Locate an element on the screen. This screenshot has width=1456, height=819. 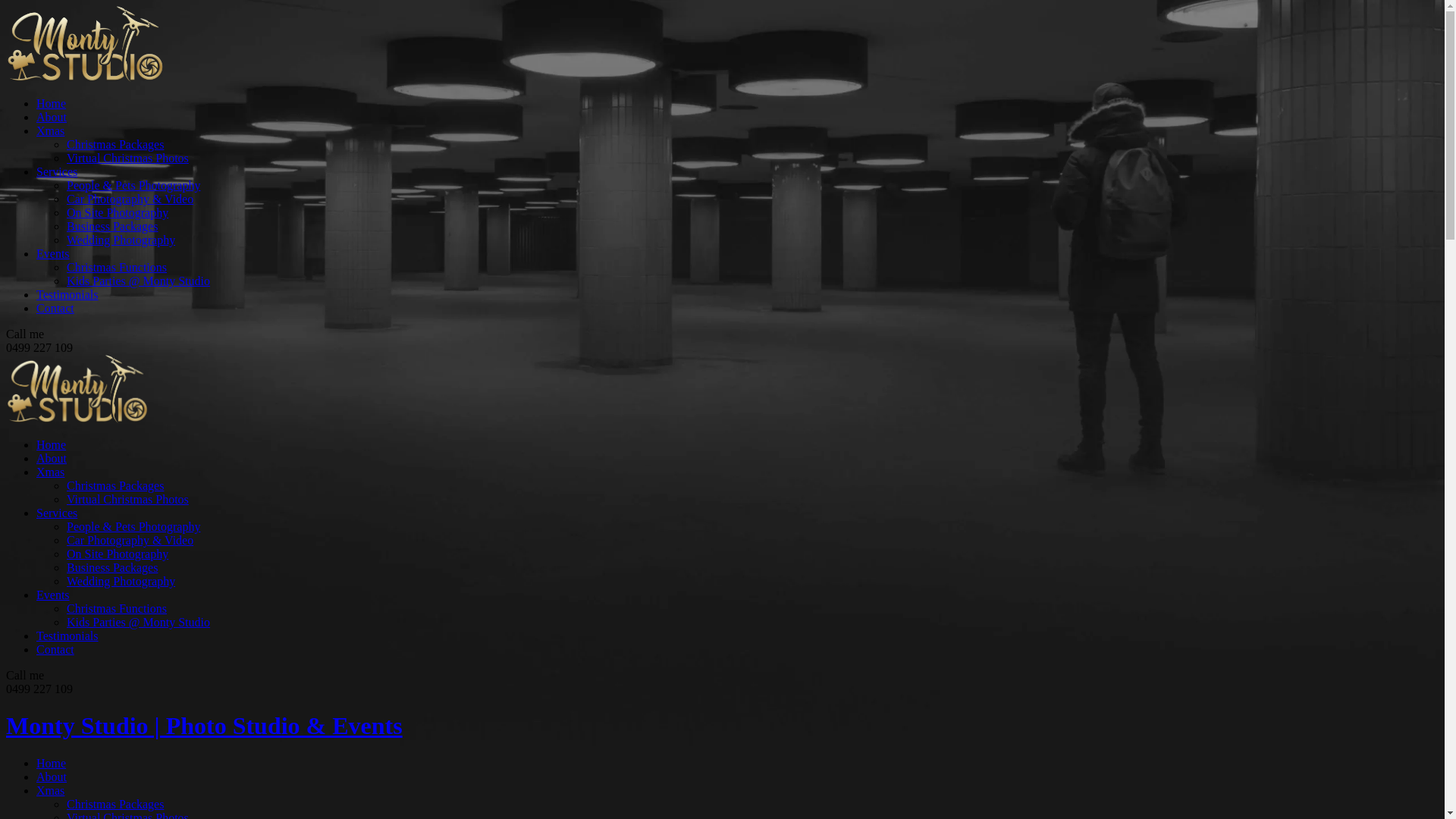
'Virtual Christmas Photos' is located at coordinates (127, 158).